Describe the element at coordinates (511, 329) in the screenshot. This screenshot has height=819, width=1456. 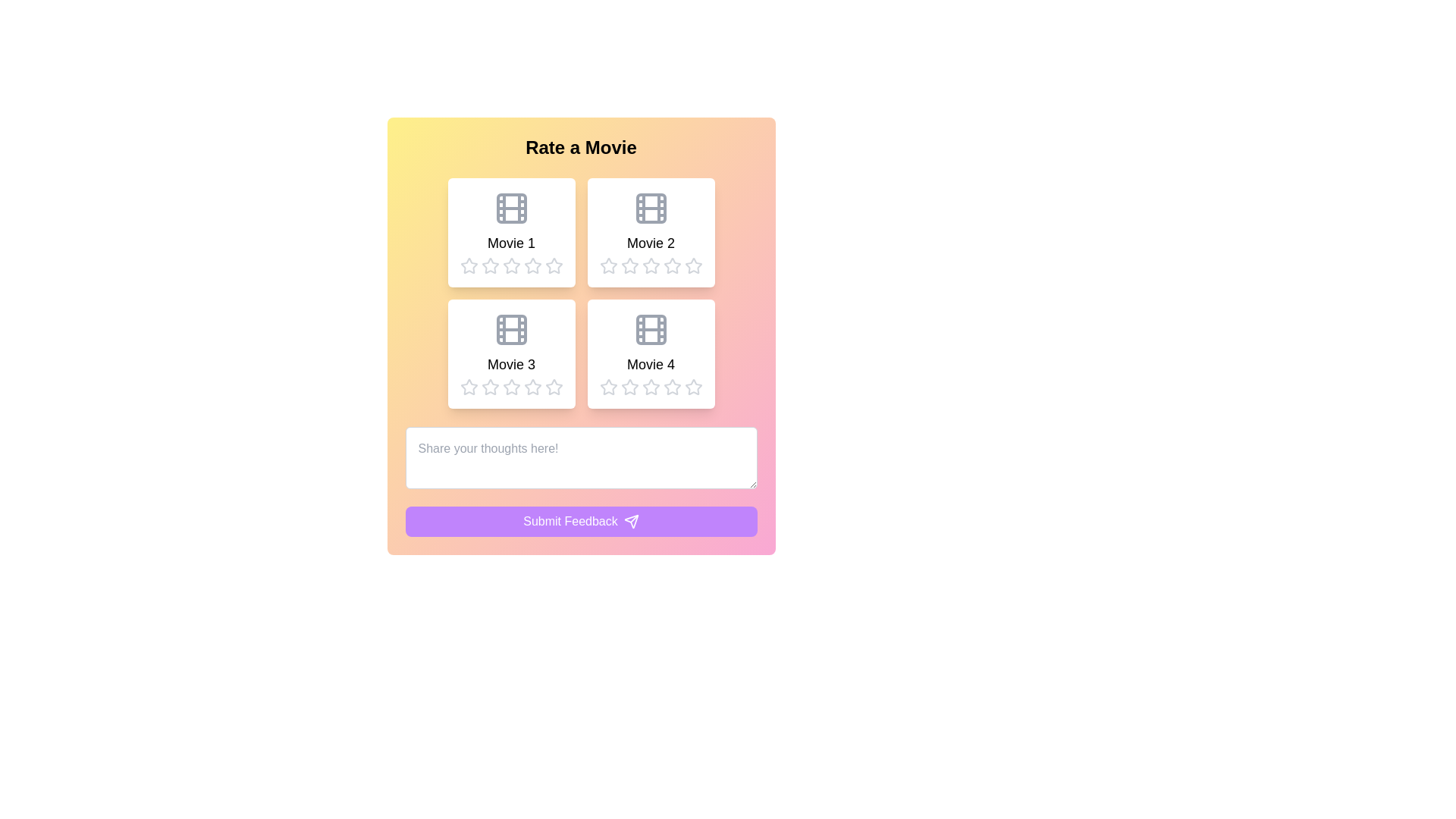
I see `the decorative component of the 'Movie 3' icon that represents a segment of the film reel in the bottom-left quadrant of the grid layout` at that location.